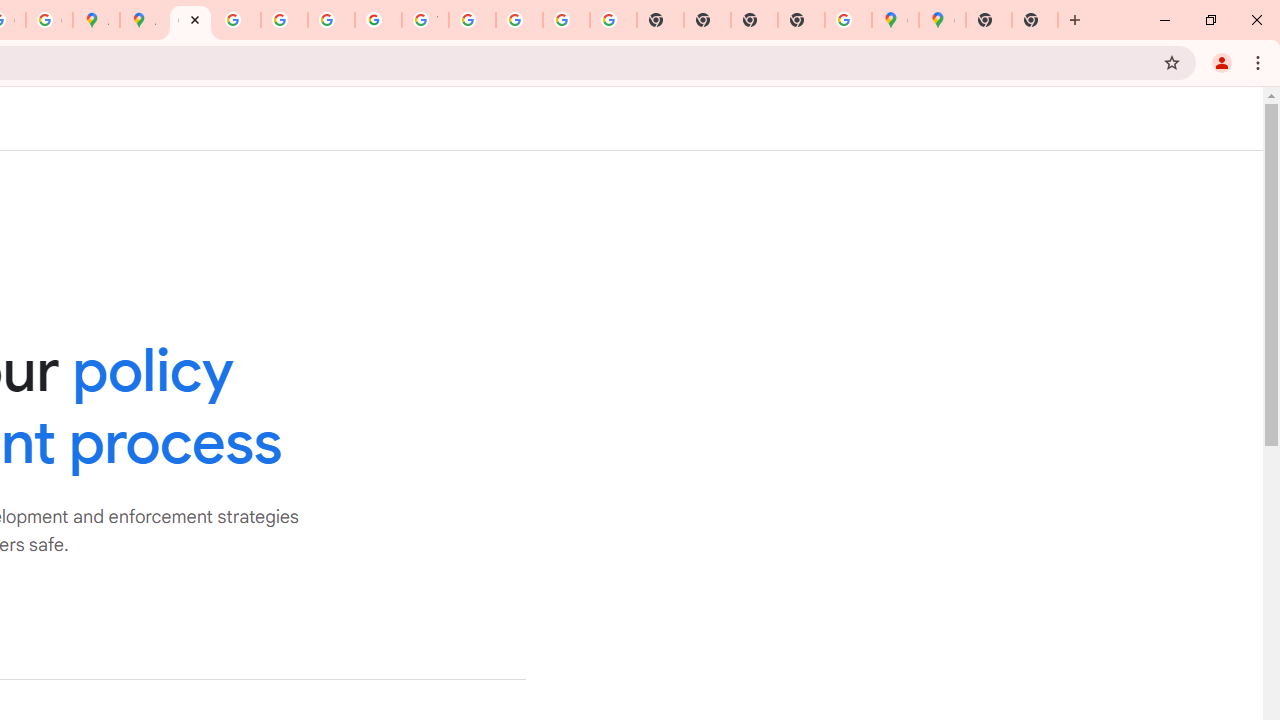 This screenshot has width=1280, height=720. What do you see at coordinates (237, 20) in the screenshot?
I see `'Privacy Help Center - Policies Help'` at bounding box center [237, 20].